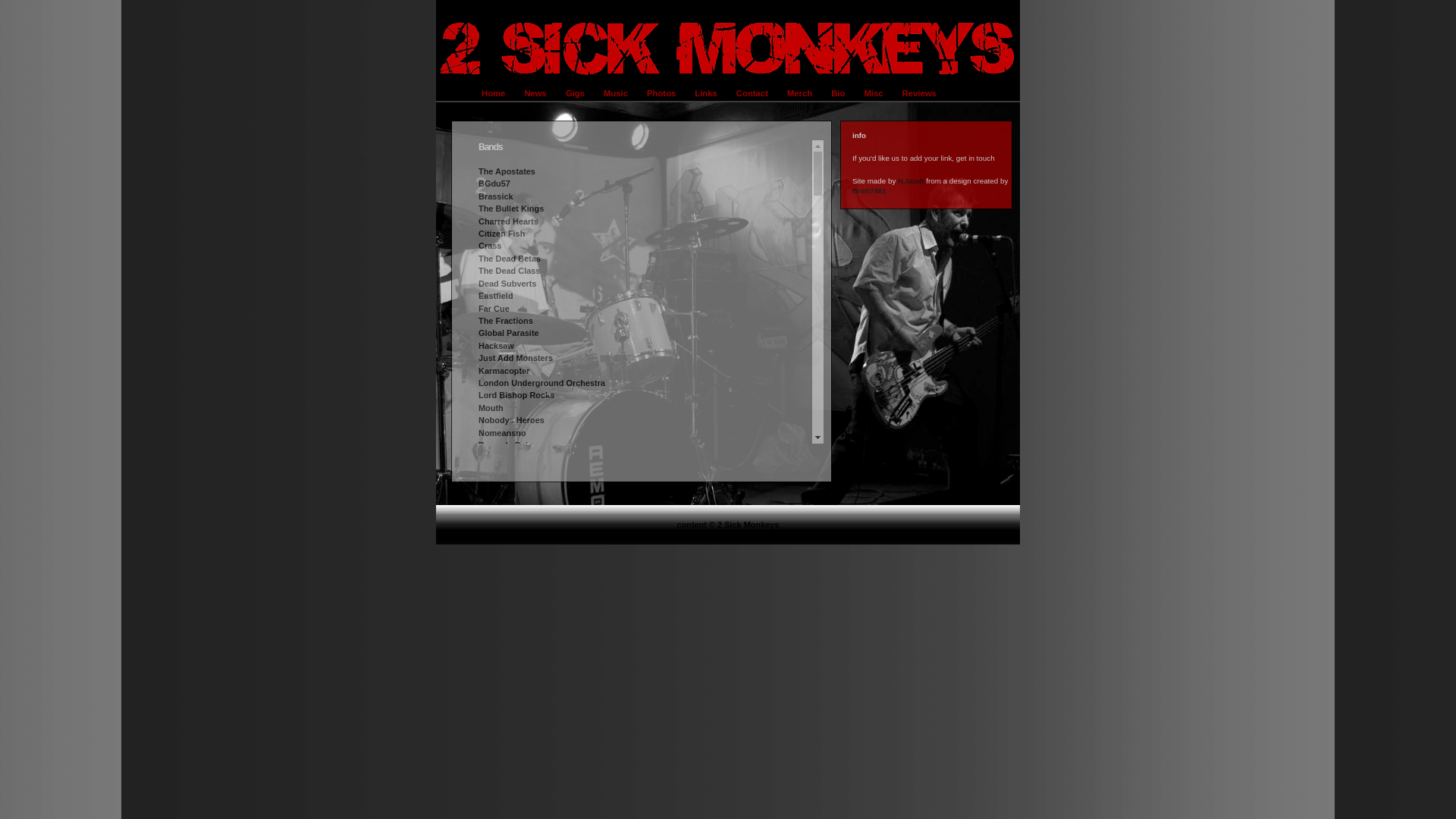 This screenshot has width=1456, height=819. What do you see at coordinates (509, 332) in the screenshot?
I see `'Global Parasite'` at bounding box center [509, 332].